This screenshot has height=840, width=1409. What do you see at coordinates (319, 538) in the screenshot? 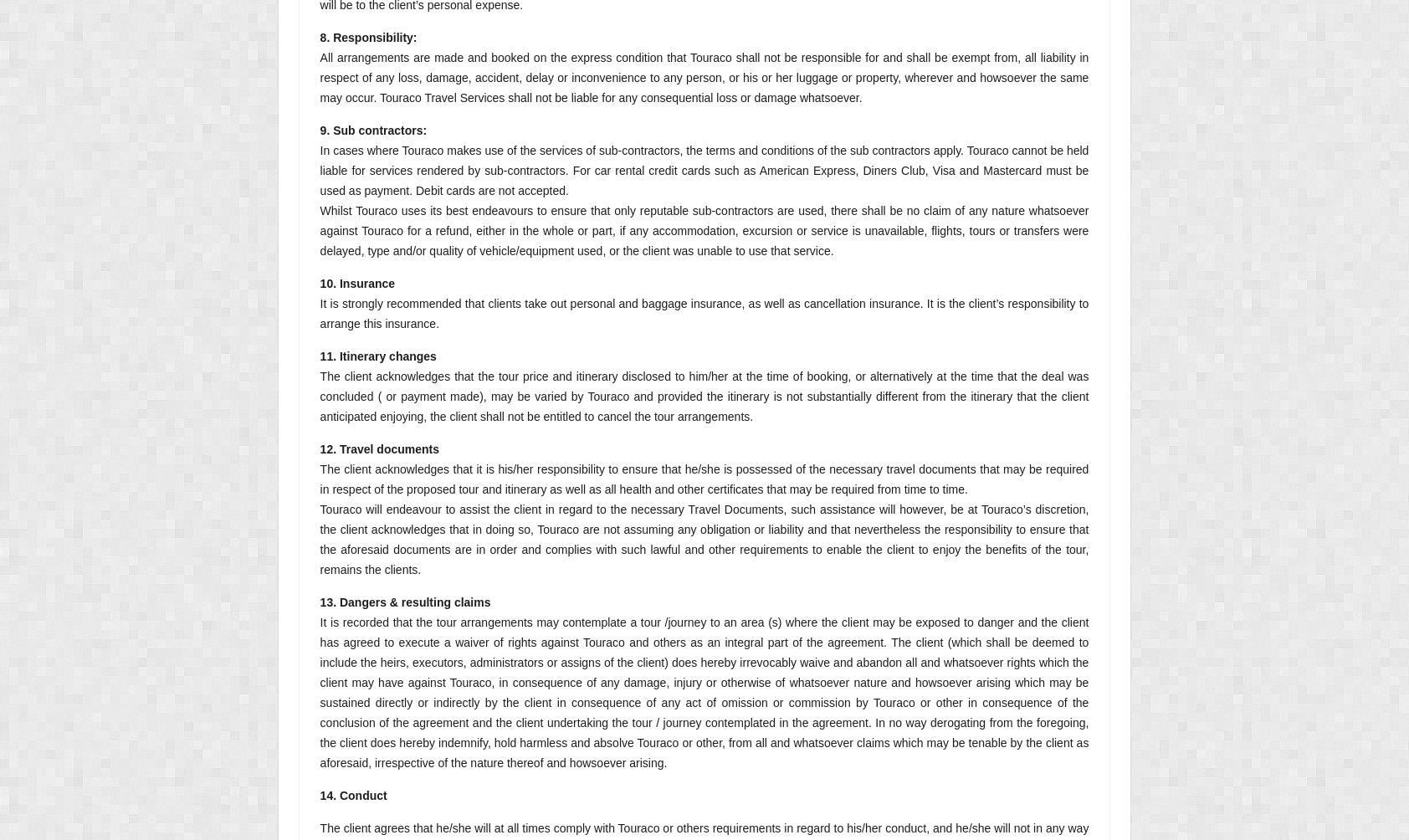
I see `'Touraco will endeavour to assist the client in regard to the necessary Travel Documents, such assistance will however, be at Touraco’s discretion, the client acknowledges that in doing so, Touraco are not assuming any obligation or liability and that nevertheless the responsibility to ensure that the aforesaid documents are in order and complies with such lawful and other requirements to enable the client to enjoy the benefits of the tour, remains the clients.'` at bounding box center [319, 538].